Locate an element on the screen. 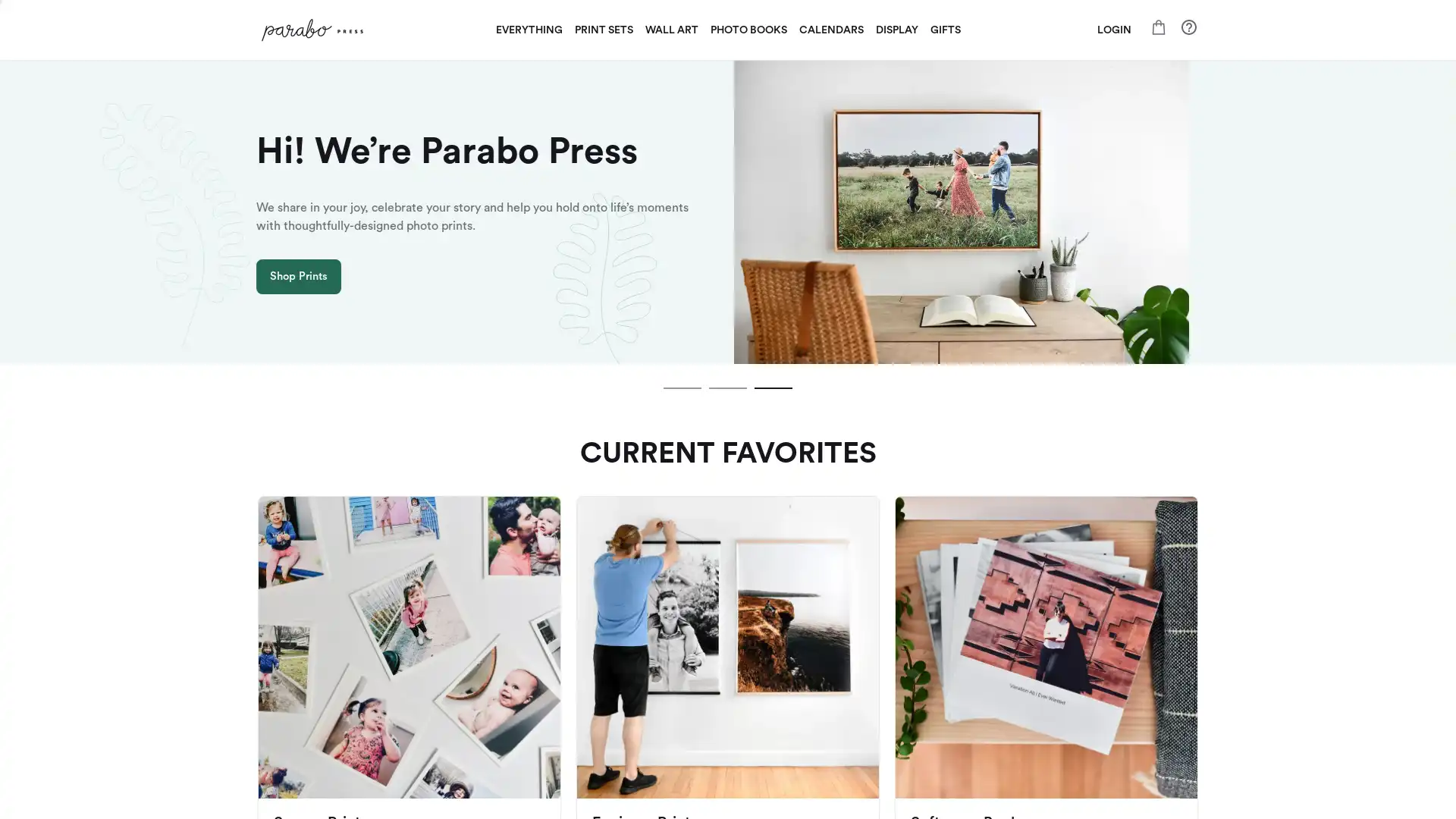 This screenshot has height=819, width=1456. slide dot is located at coordinates (682, 388).